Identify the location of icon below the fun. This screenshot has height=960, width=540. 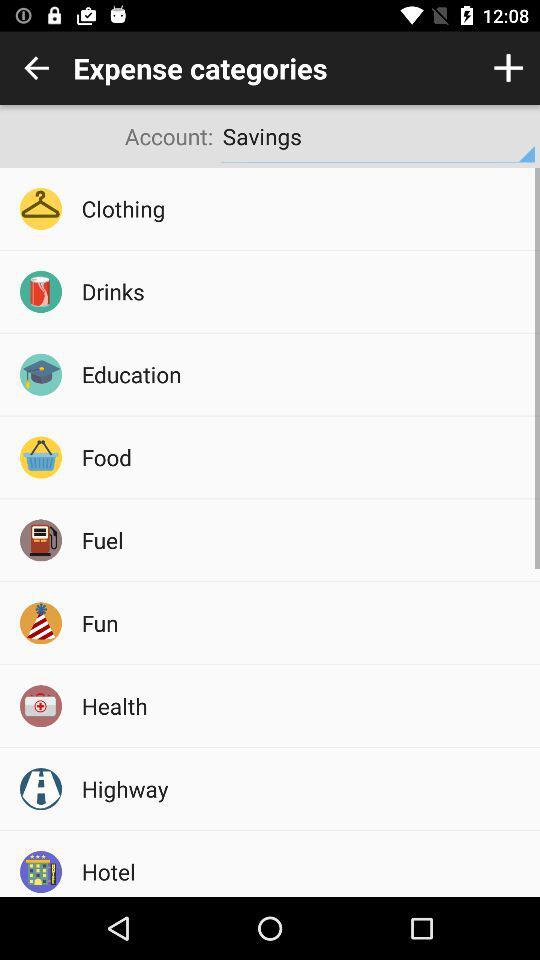
(303, 705).